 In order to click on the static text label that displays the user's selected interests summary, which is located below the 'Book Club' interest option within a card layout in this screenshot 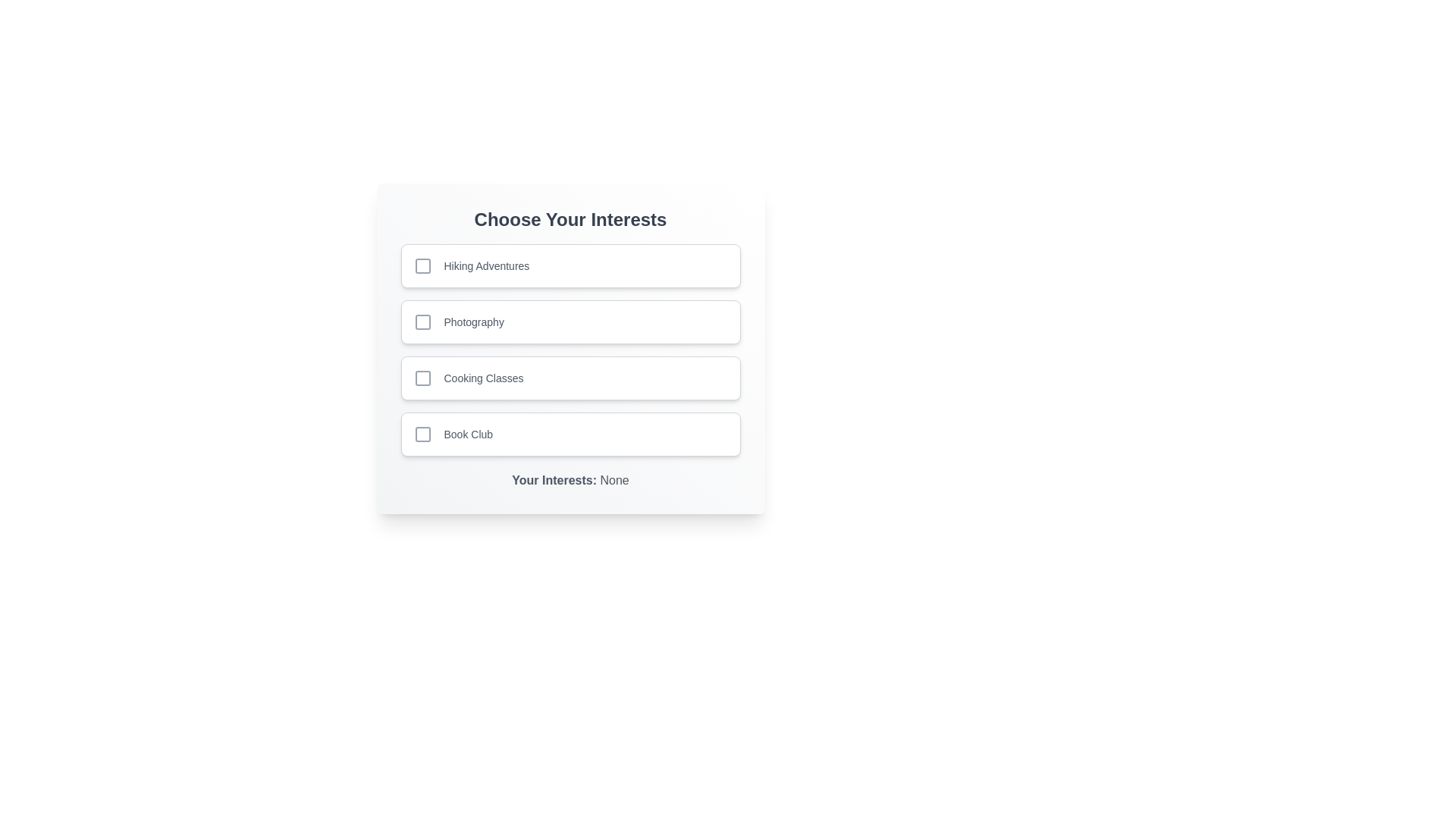, I will do `click(570, 472)`.